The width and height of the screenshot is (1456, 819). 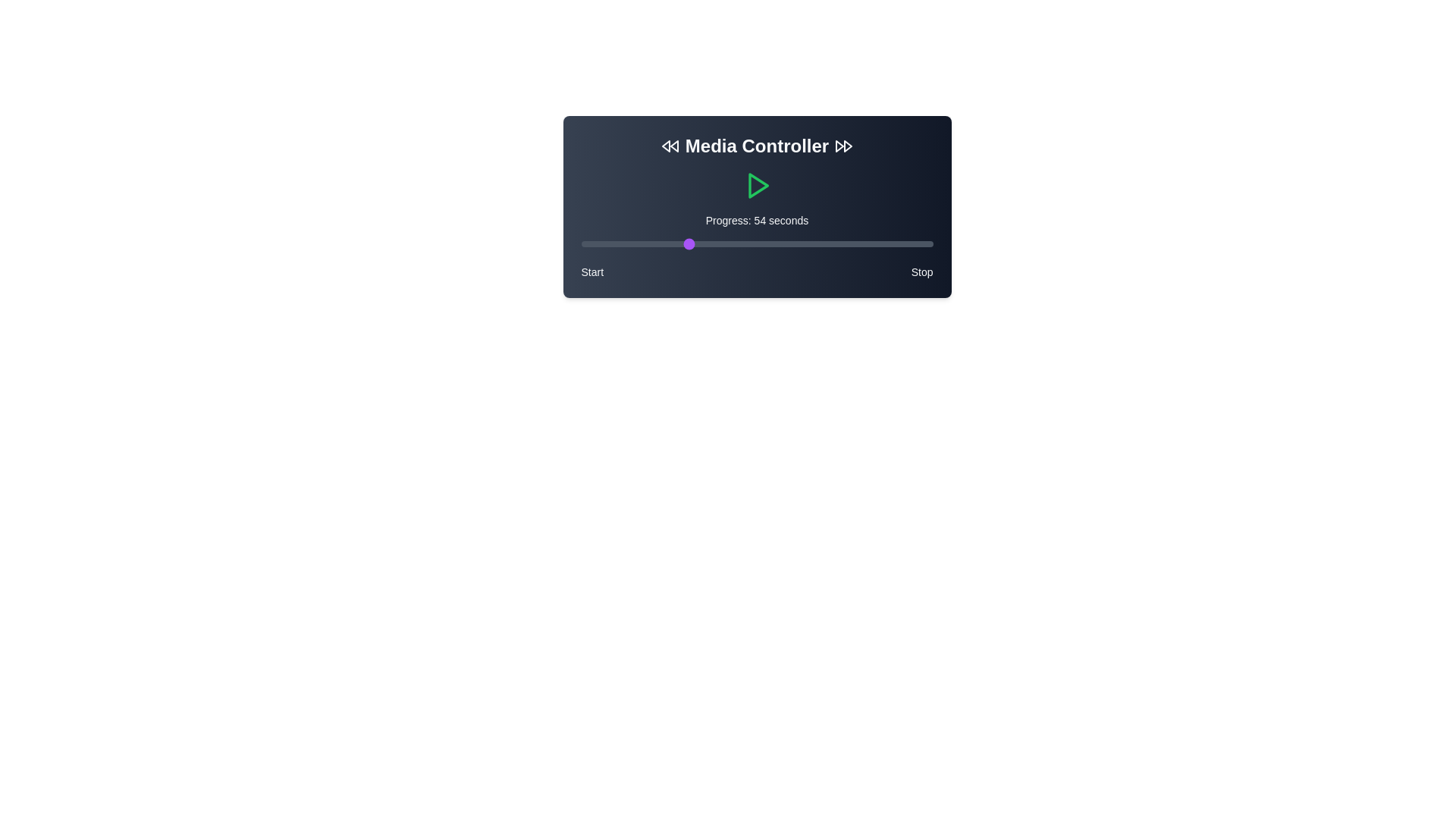 What do you see at coordinates (669, 146) in the screenshot?
I see `the Rewind icon to navigate` at bounding box center [669, 146].